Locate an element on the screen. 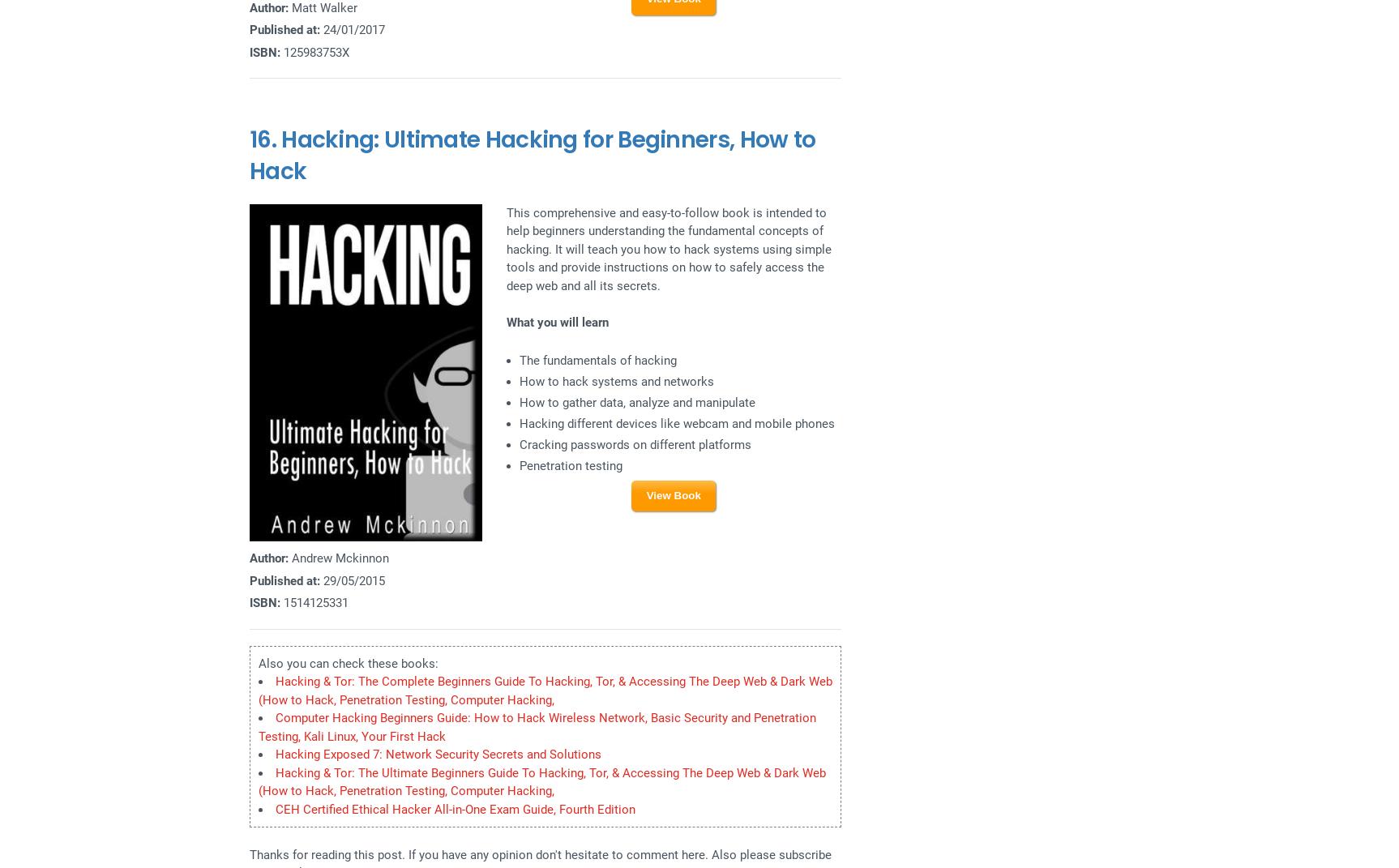 This screenshot has height=868, width=1399. 'Andrew Mckinnon' is located at coordinates (289, 557).